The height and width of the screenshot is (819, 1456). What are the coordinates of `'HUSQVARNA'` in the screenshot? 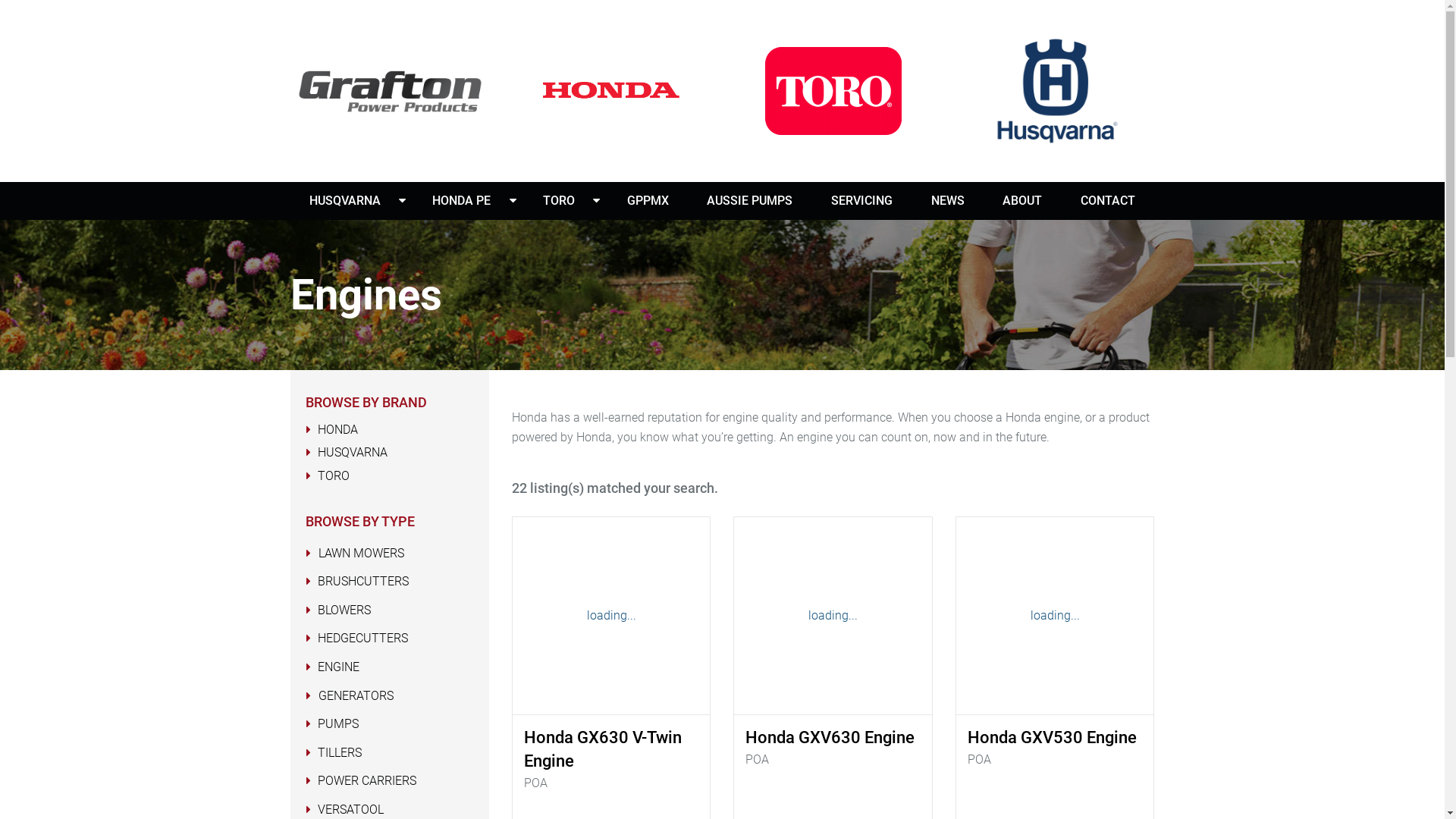 It's located at (344, 200).